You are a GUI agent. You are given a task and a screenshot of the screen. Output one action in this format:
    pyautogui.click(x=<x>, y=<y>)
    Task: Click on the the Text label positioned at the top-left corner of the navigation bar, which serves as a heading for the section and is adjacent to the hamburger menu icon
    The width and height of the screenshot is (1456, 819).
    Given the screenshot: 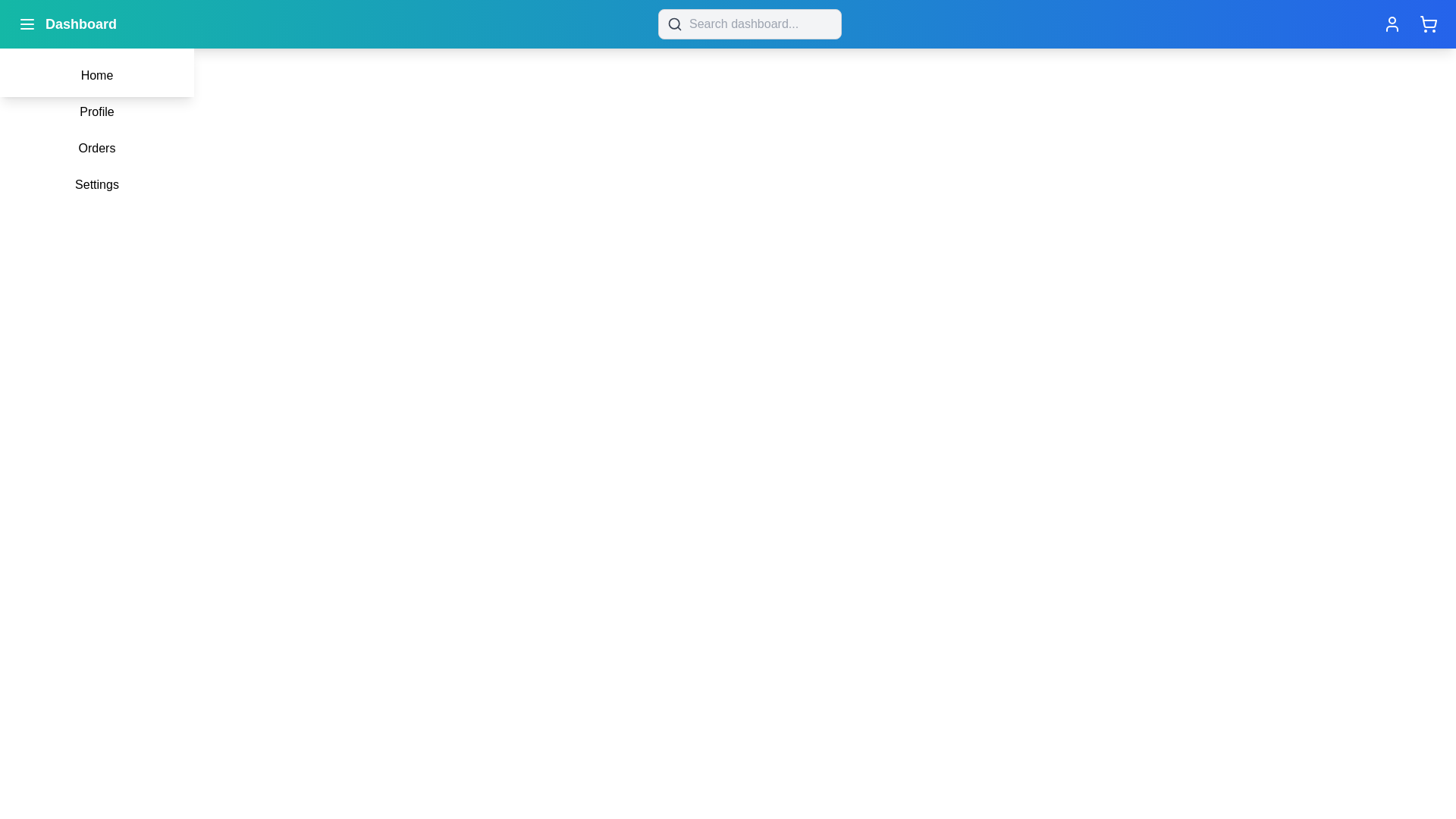 What is the action you would take?
    pyautogui.click(x=67, y=24)
    